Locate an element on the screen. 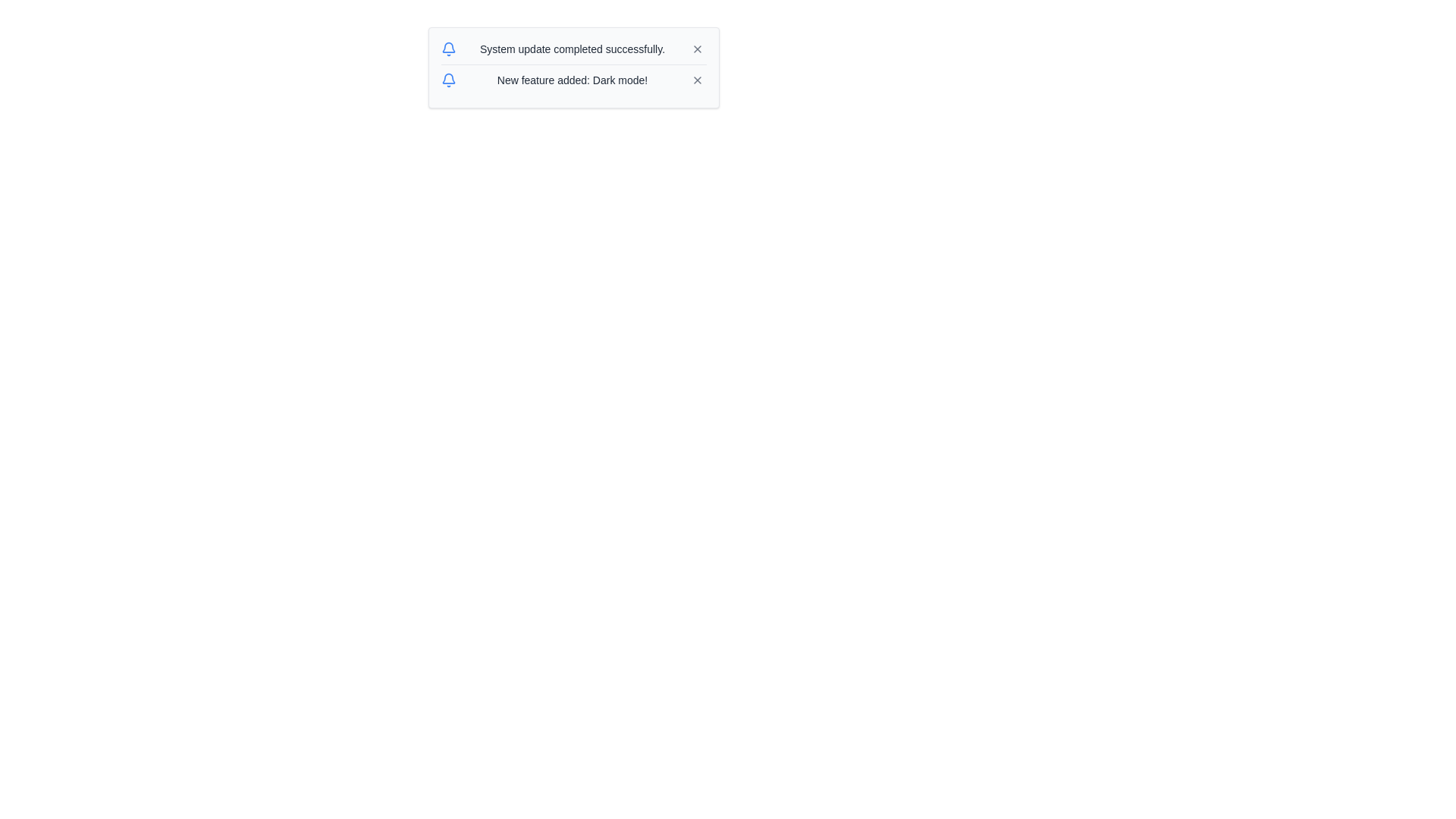 Image resolution: width=1456 pixels, height=819 pixels. the Text Display that shows notification messages about new features, positioned to the right of a blue bell icon is located at coordinates (571, 80).